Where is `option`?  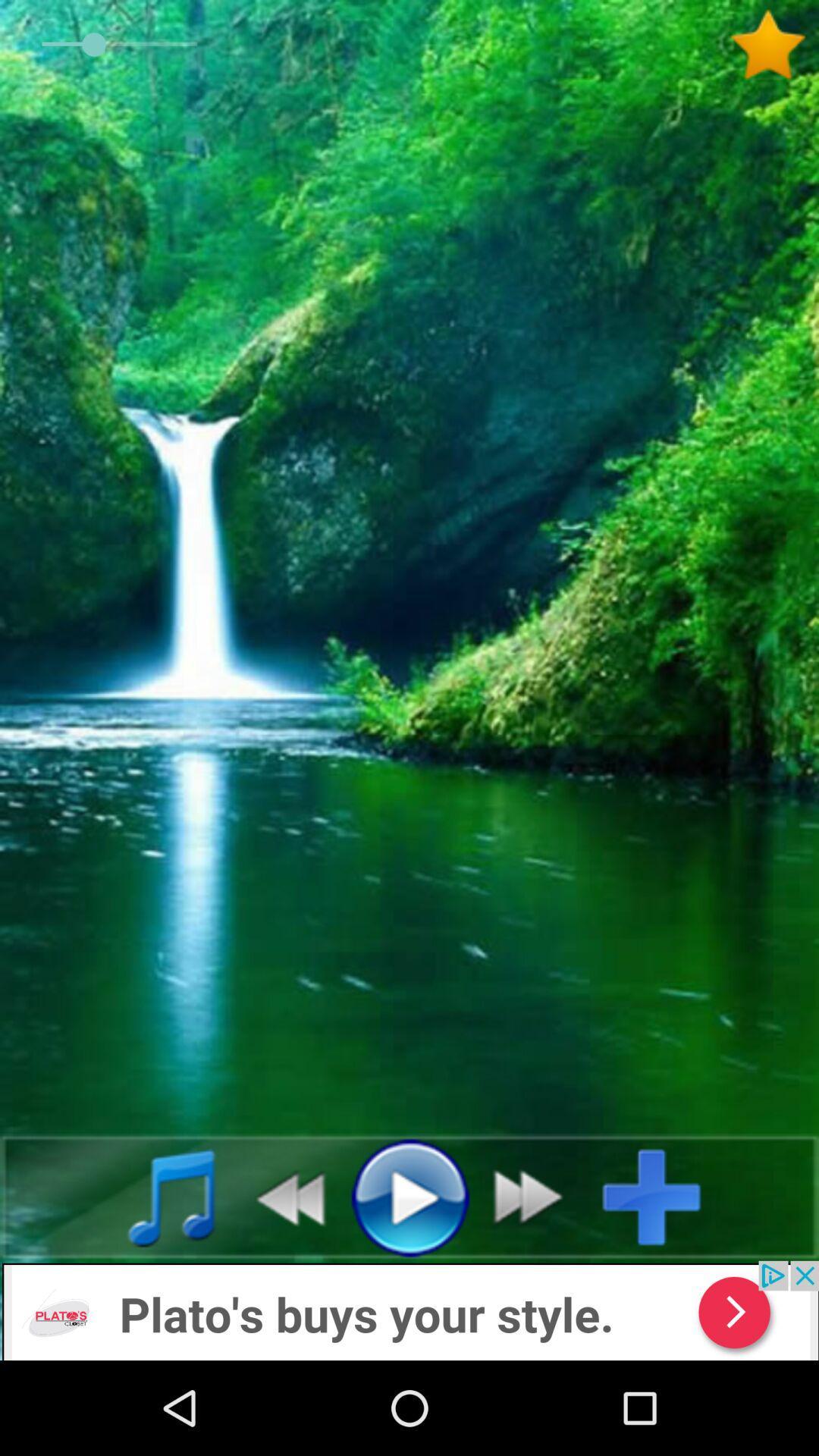 option is located at coordinates (409, 1196).